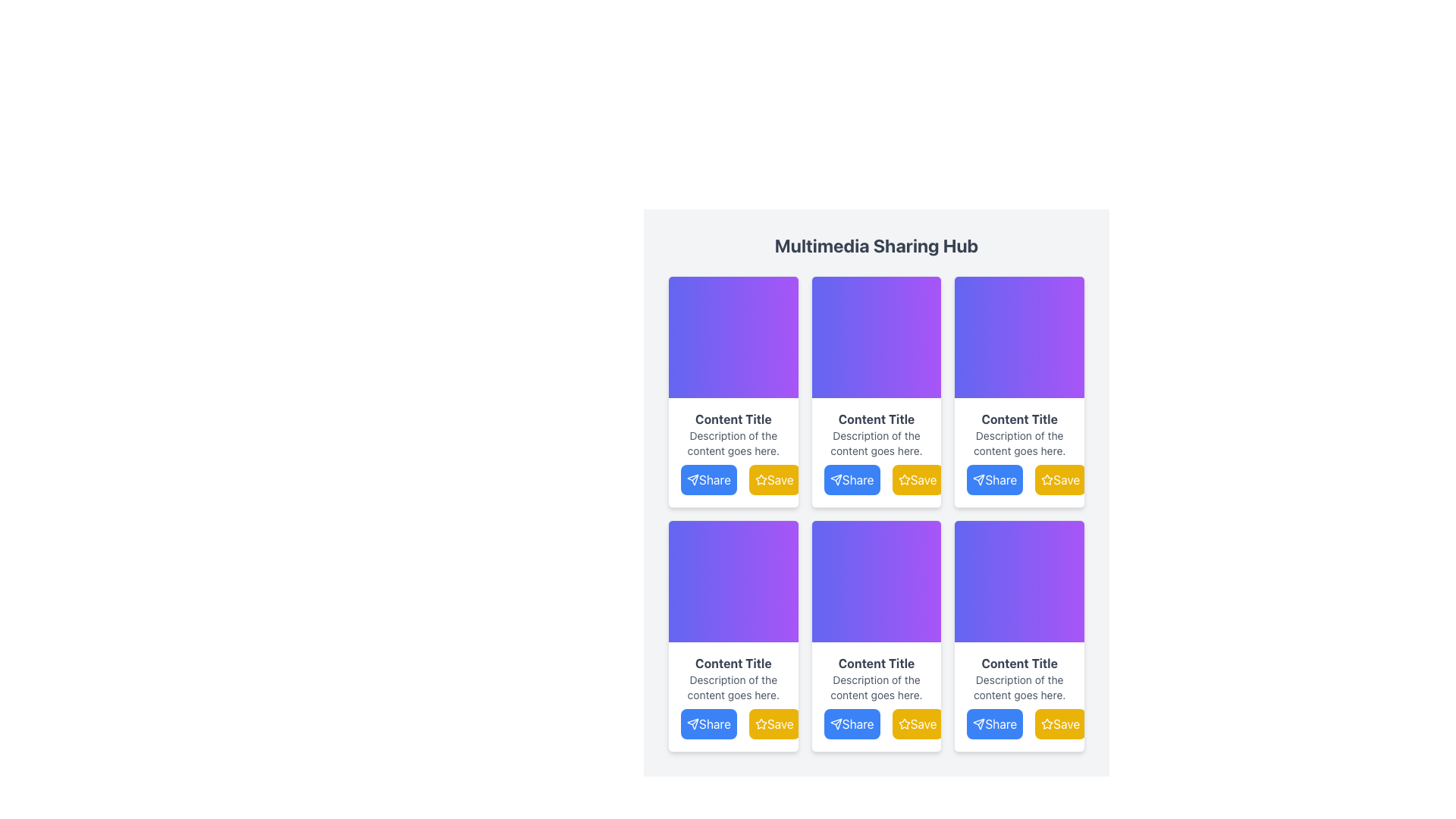 The width and height of the screenshot is (1456, 819). I want to click on the card component located in the first row, third column of the grid layout, so click(1019, 391).